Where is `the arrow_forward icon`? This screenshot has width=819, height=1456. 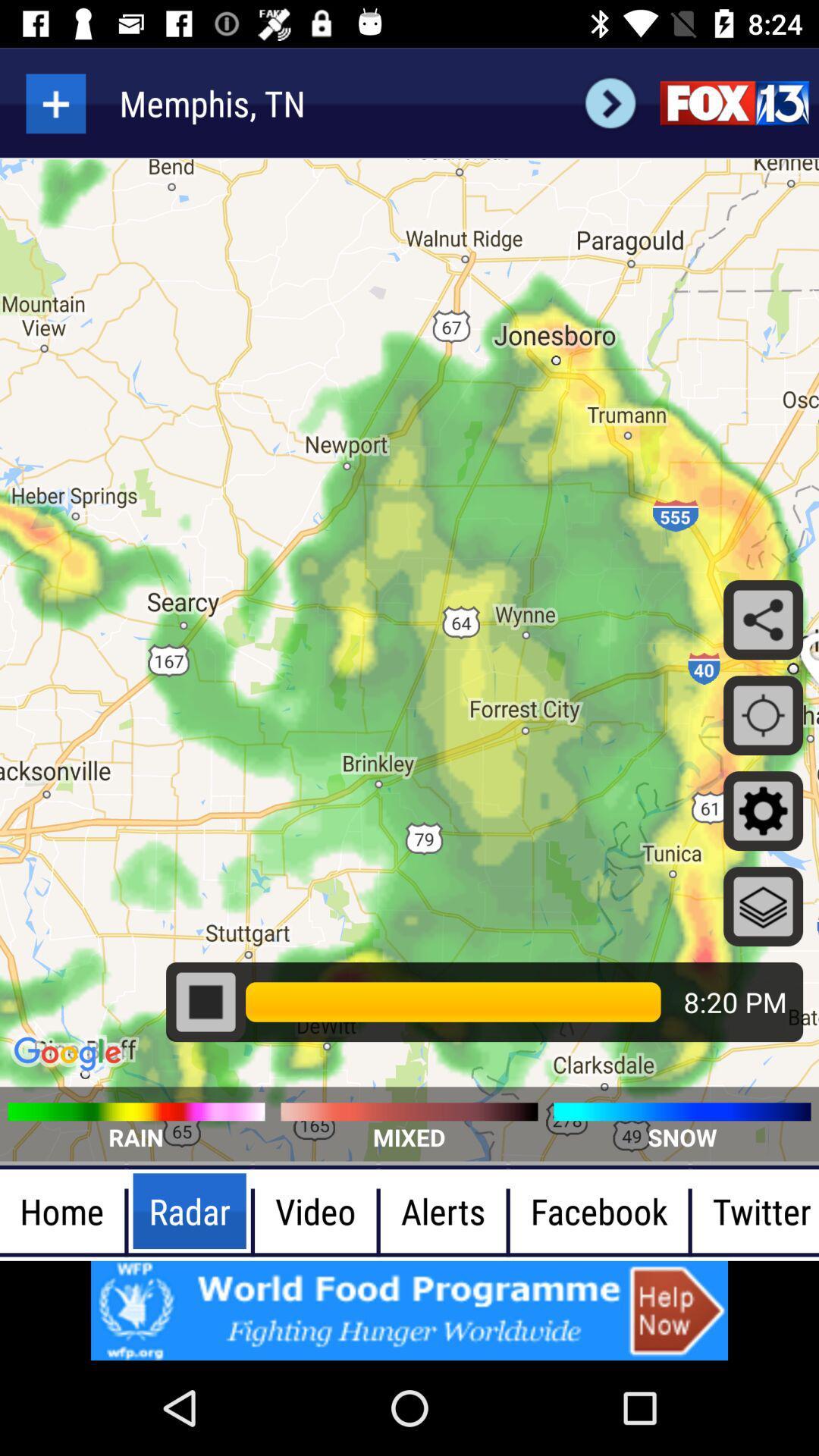
the arrow_forward icon is located at coordinates (610, 102).